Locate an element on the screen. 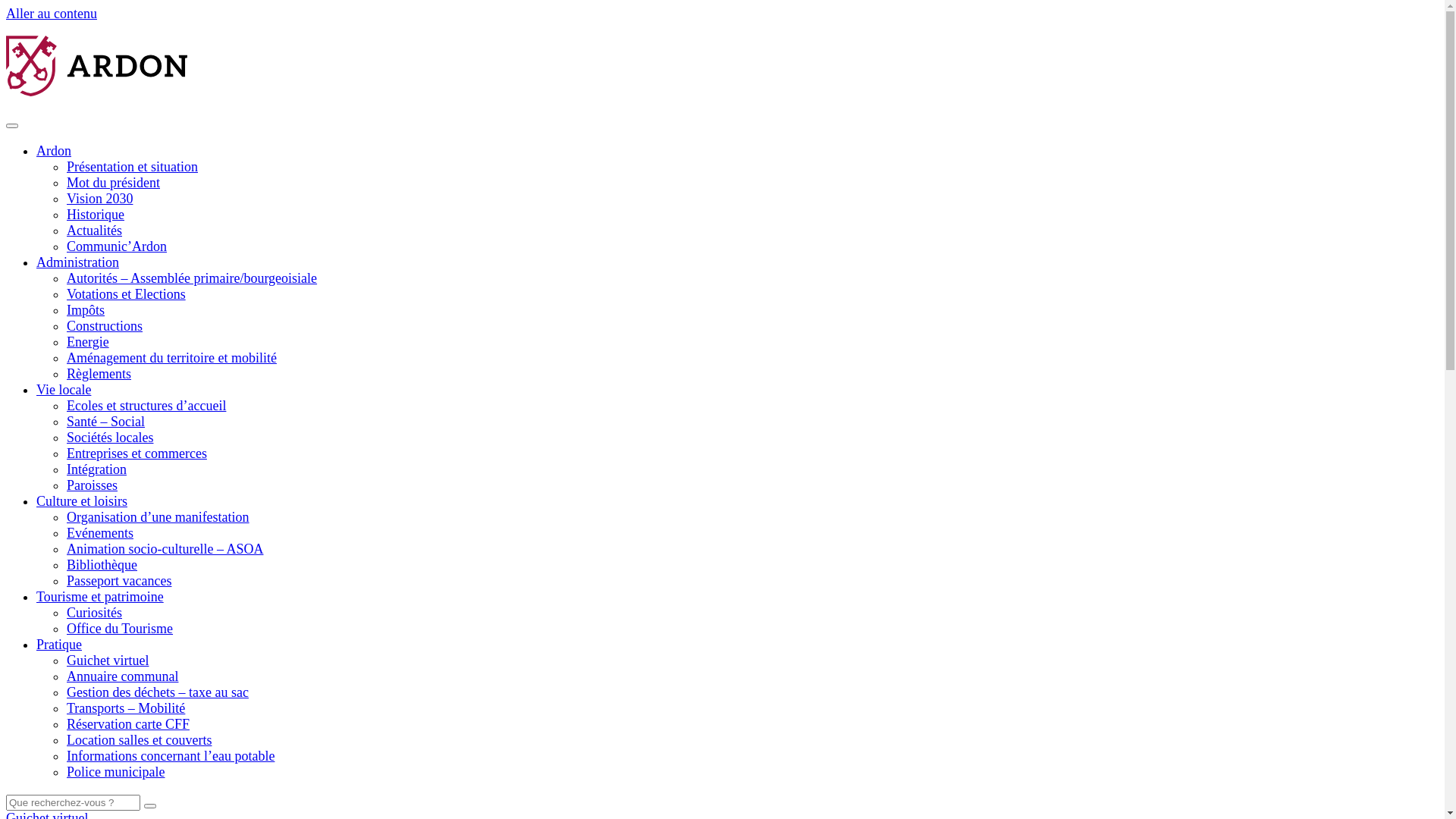  'Office du Tourisme' is located at coordinates (119, 629).